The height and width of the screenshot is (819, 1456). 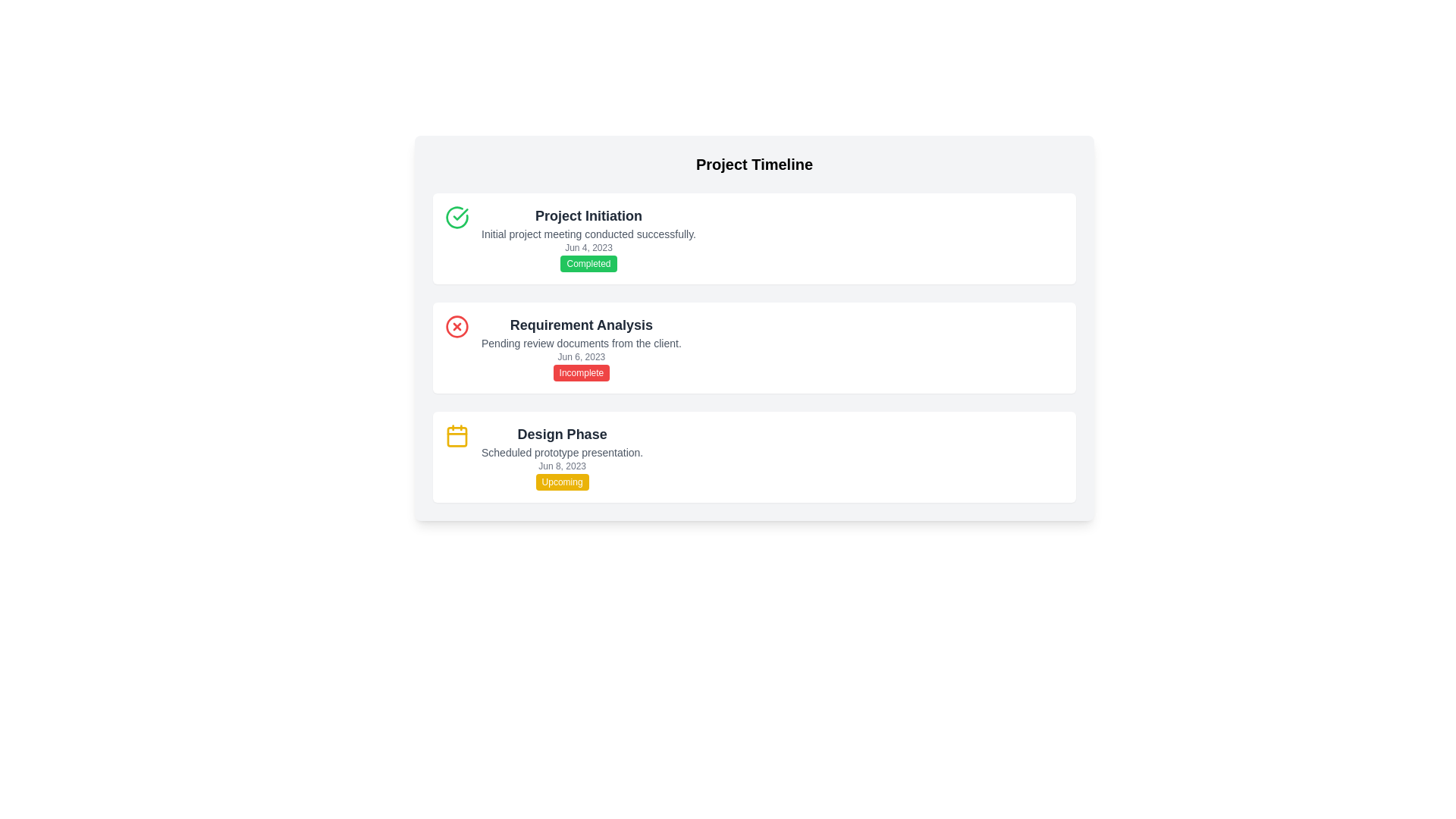 I want to click on the Informational card that displays 'Design Phase' in bold, with the date 'Jun 8, 2023' and a yellow badge saying 'Upcoming', so click(x=561, y=456).